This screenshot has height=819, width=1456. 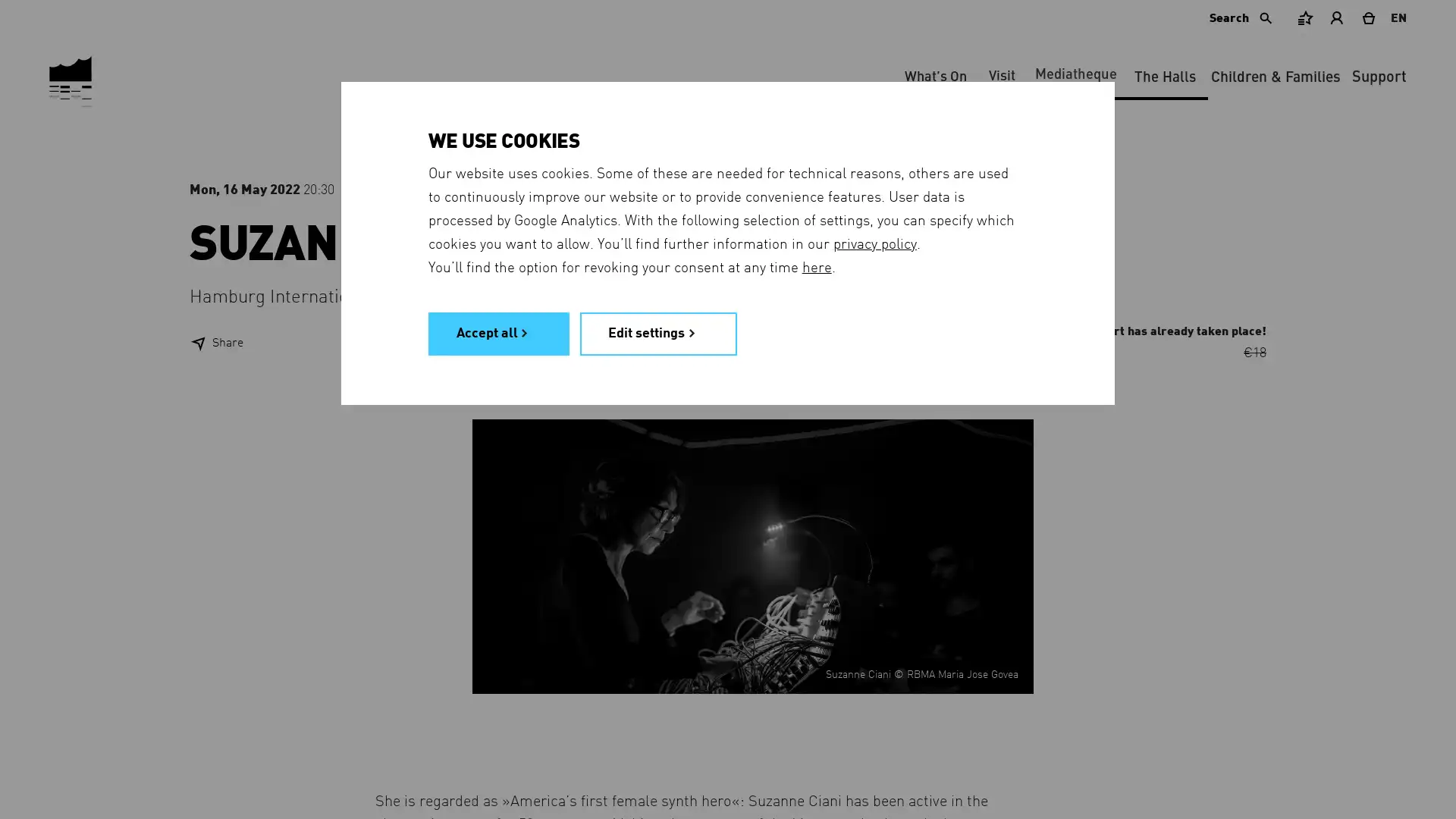 I want to click on Search, so click(x=1242, y=17).